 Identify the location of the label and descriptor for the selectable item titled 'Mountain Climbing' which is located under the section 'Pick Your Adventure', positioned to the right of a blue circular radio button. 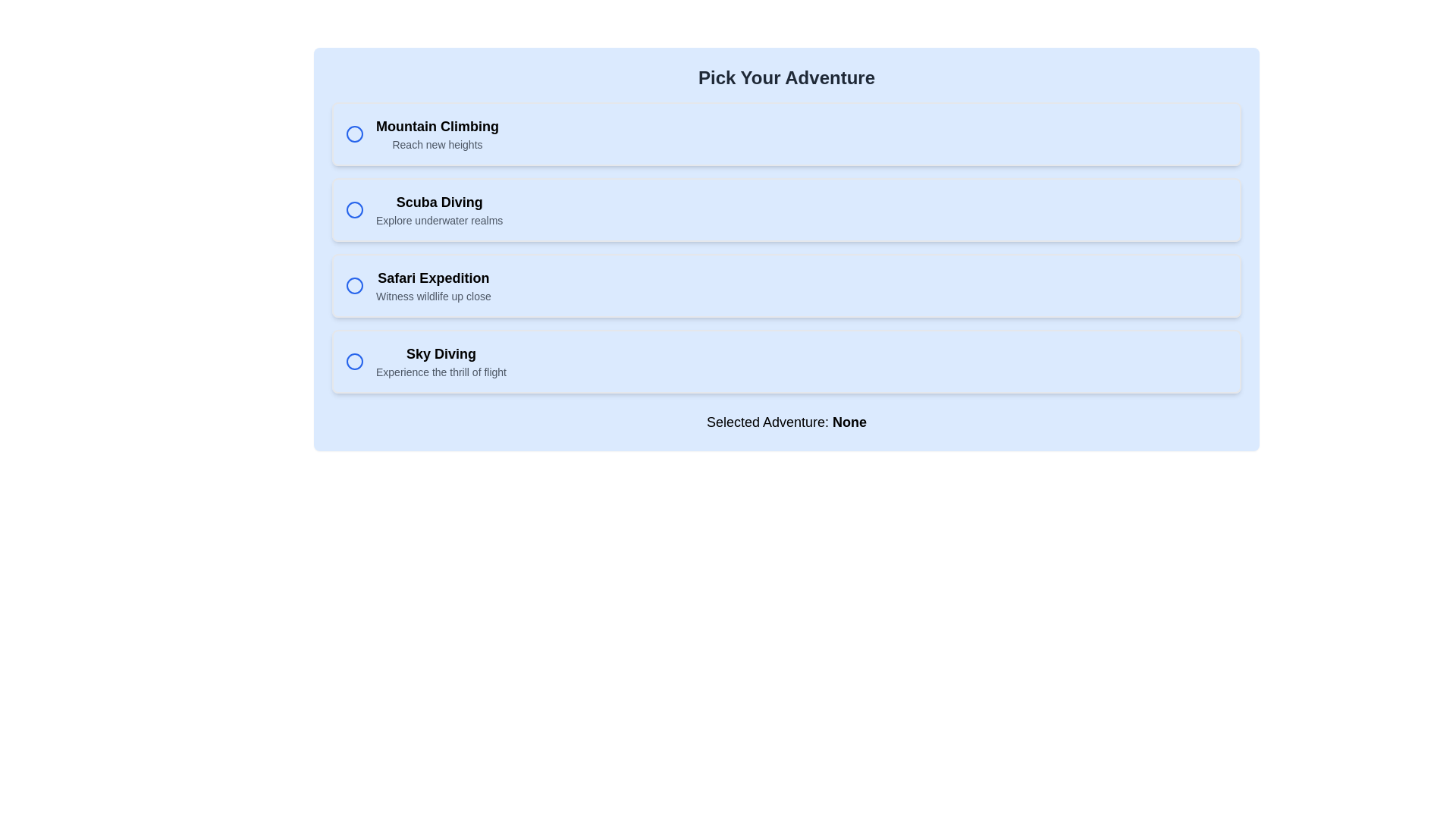
(436, 133).